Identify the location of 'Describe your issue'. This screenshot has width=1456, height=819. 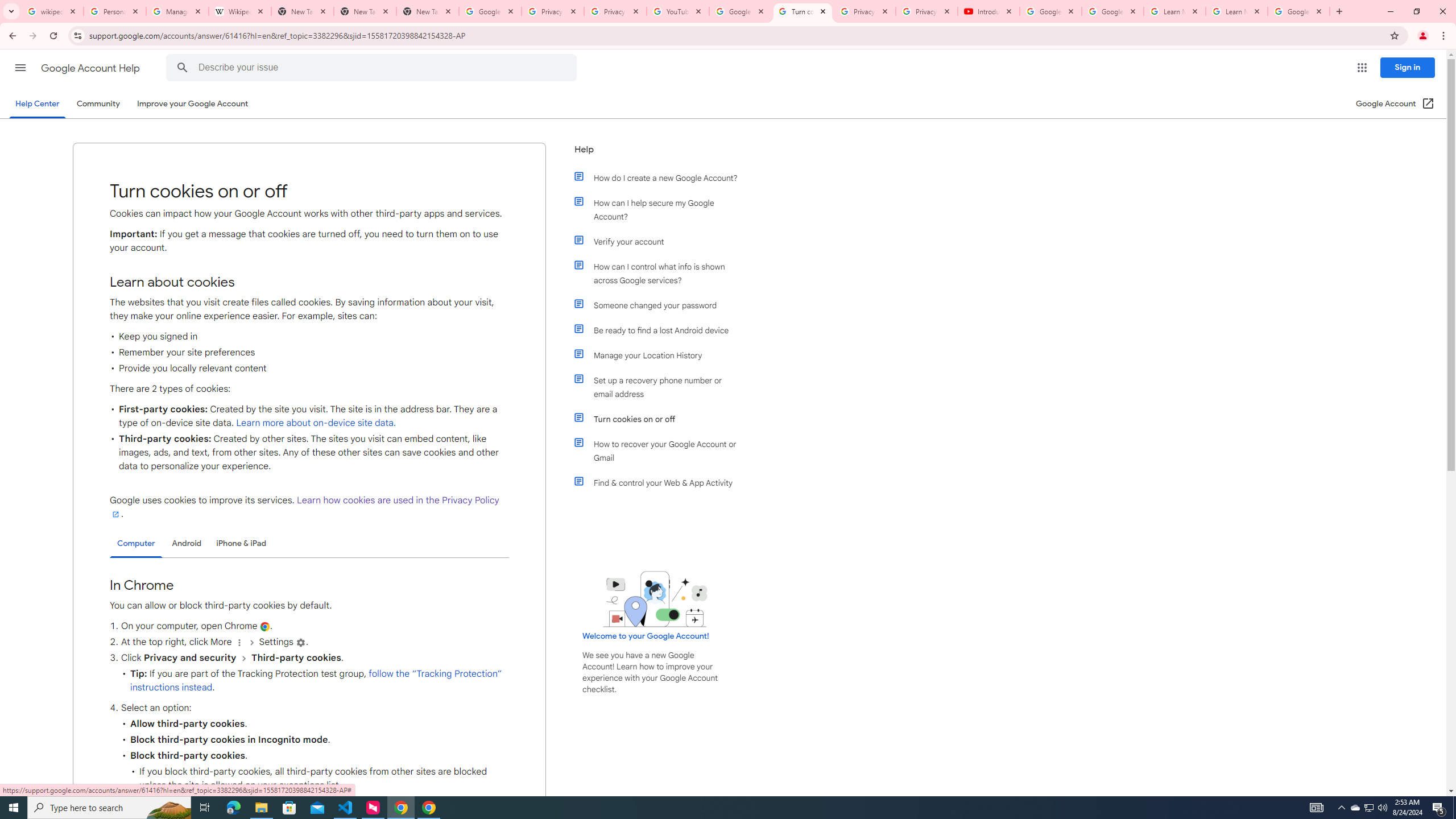
(373, 67).